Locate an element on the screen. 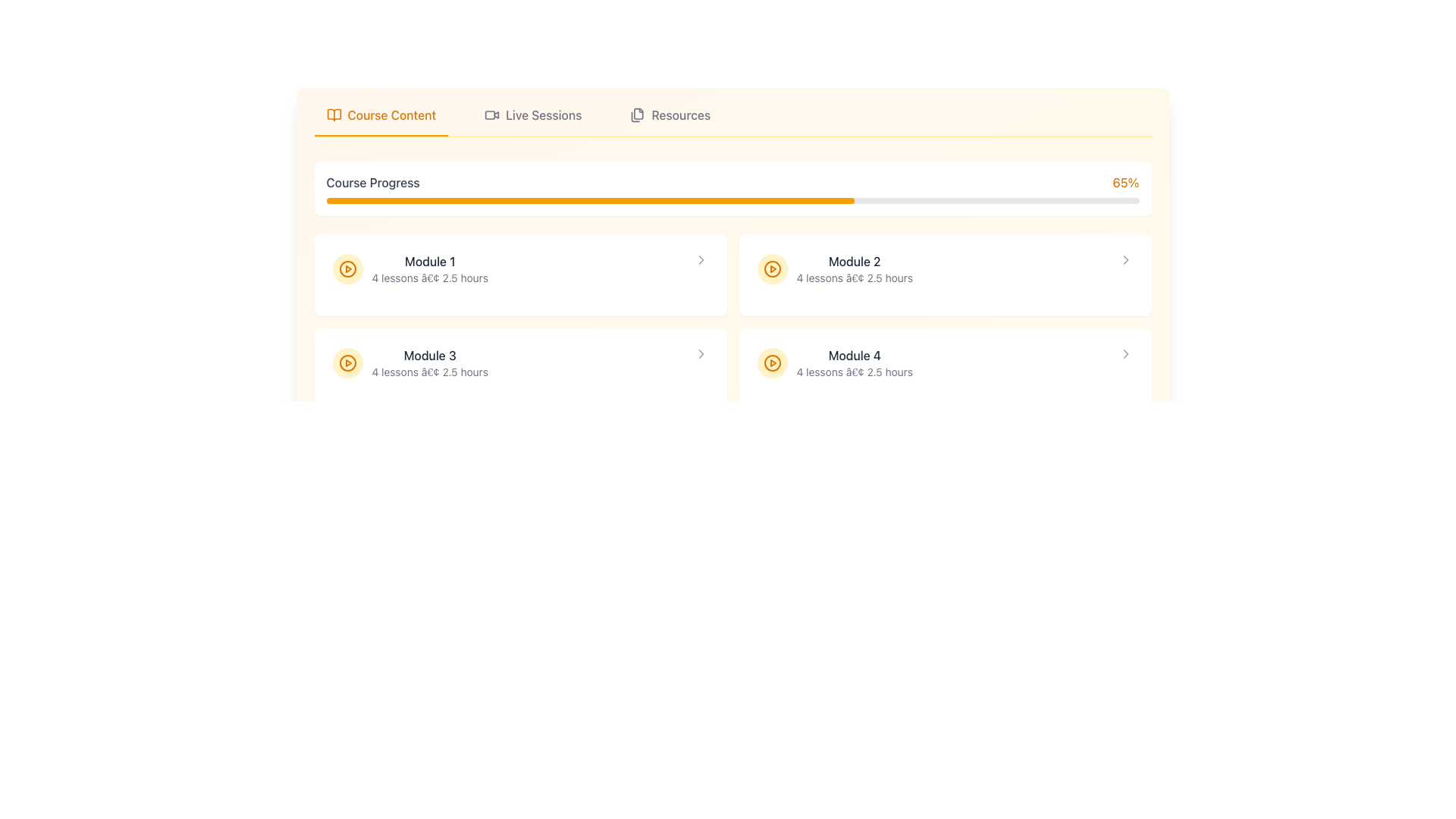 The image size is (1456, 819). the progress value displayed on the progress bar labeled 'Course Progress' which shows '65%' on the right side is located at coordinates (733, 188).